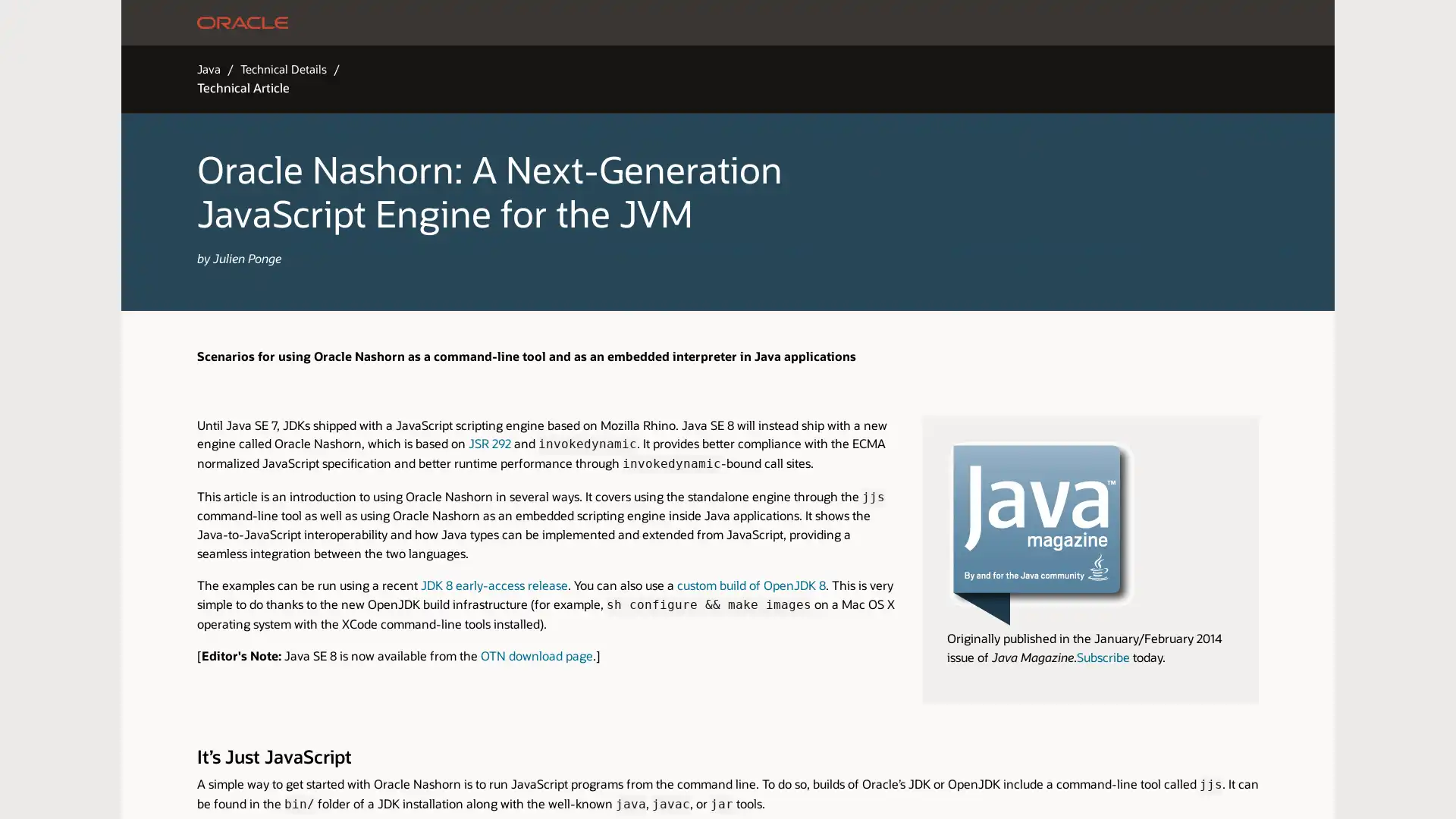 This screenshot has width=1456, height=819. I want to click on Customers, so click(641, 22).